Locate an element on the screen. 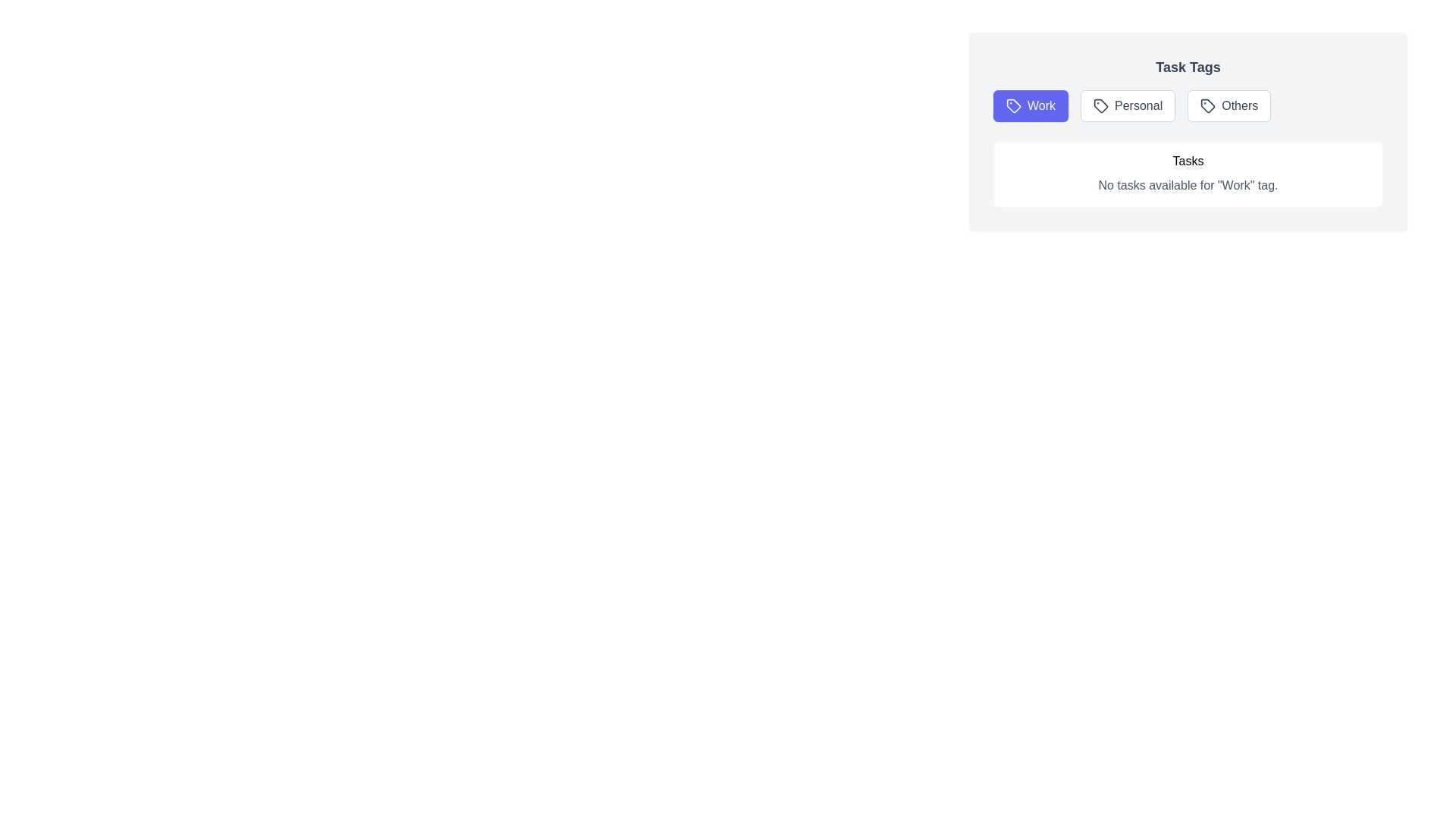 The image size is (1456, 819). the icon representing the 'Personal' category of tasks is located at coordinates (1101, 105).